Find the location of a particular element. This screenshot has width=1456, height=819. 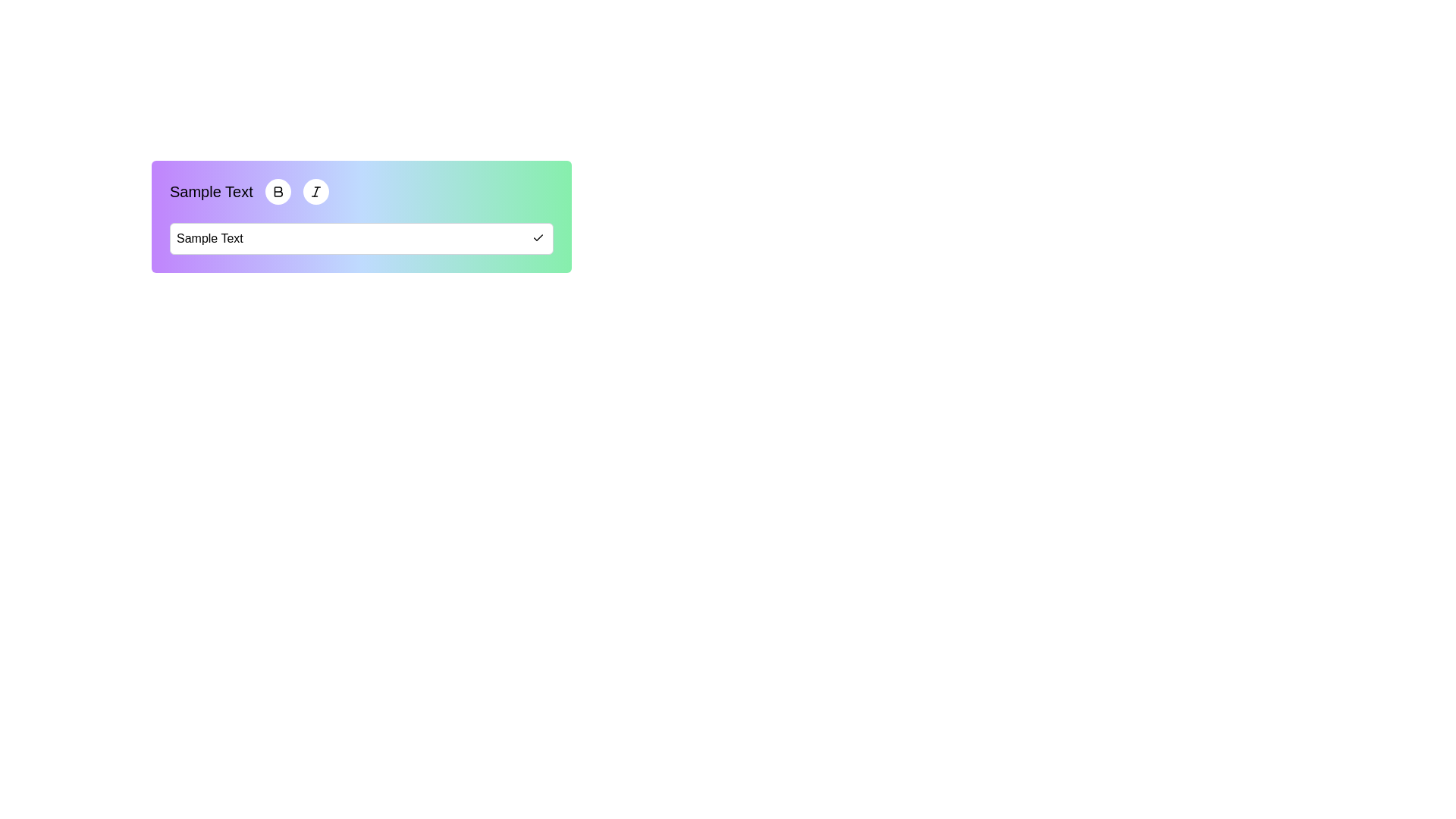

the circular button with a white background and black italicized 'I' text to apply italic formatting is located at coordinates (315, 191).